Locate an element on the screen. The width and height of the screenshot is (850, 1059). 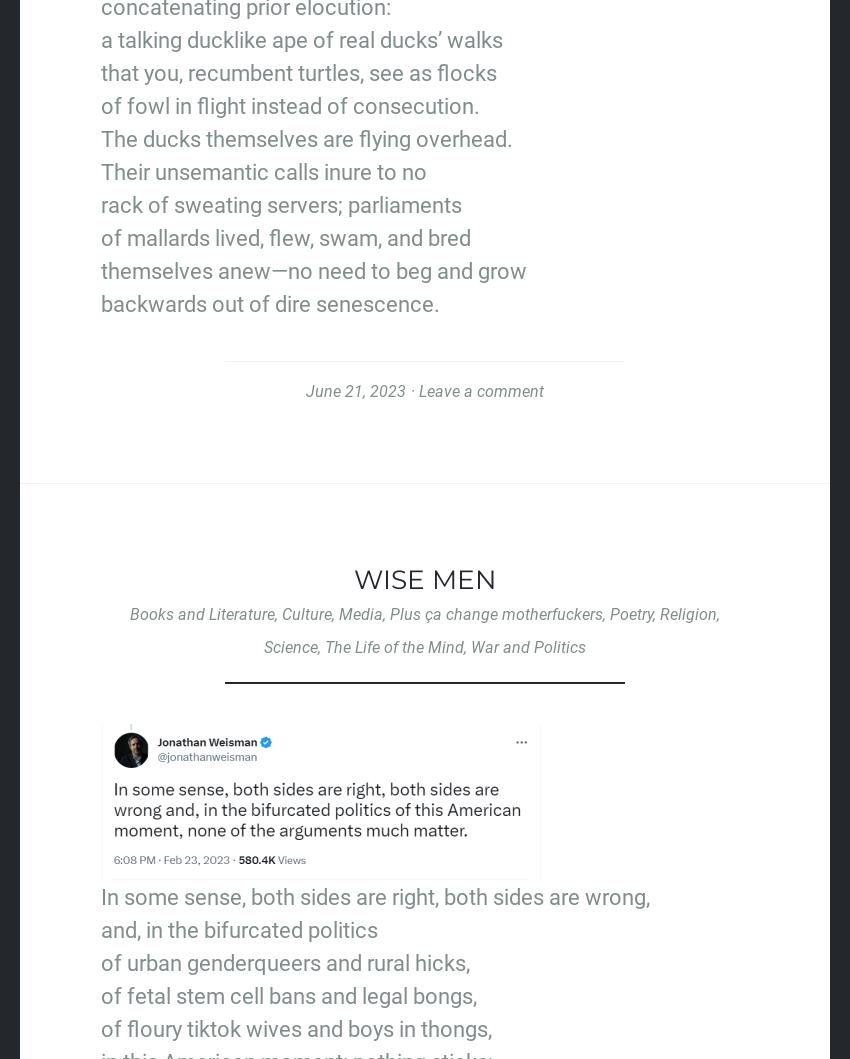
'Media' is located at coordinates (359, 612).